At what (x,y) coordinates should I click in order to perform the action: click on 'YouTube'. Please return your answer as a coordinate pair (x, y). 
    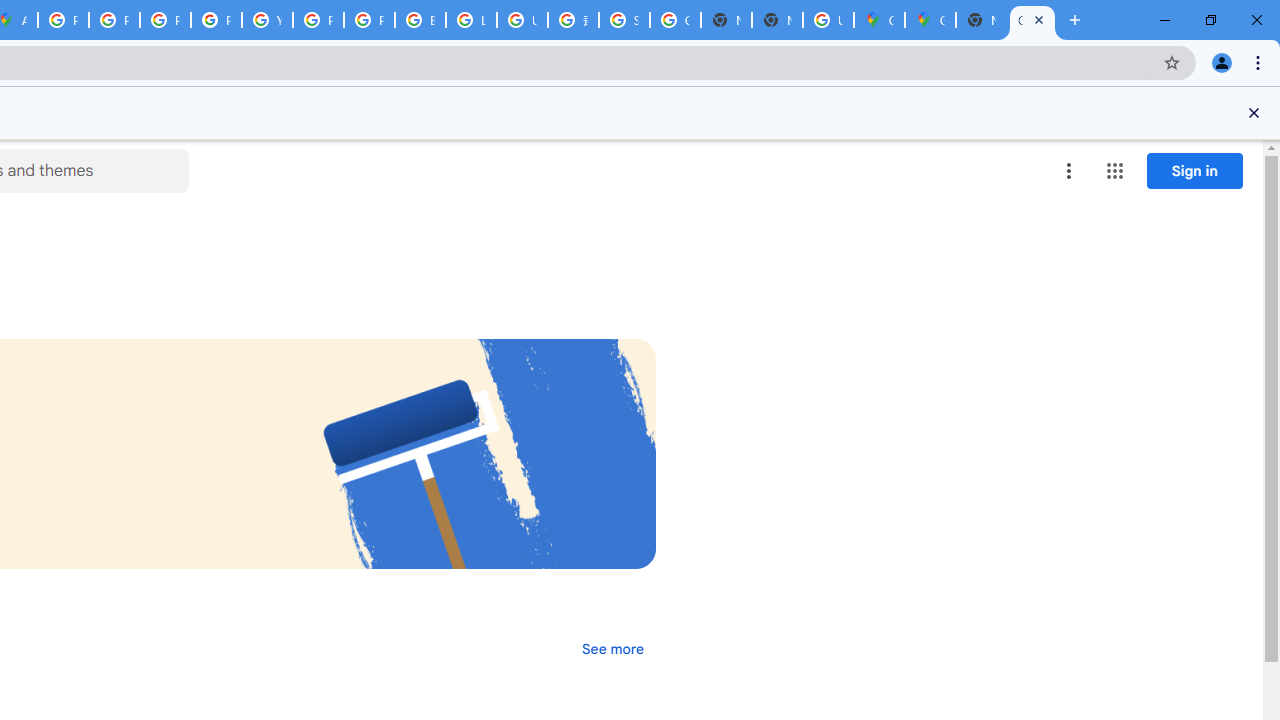
    Looking at the image, I should click on (266, 20).